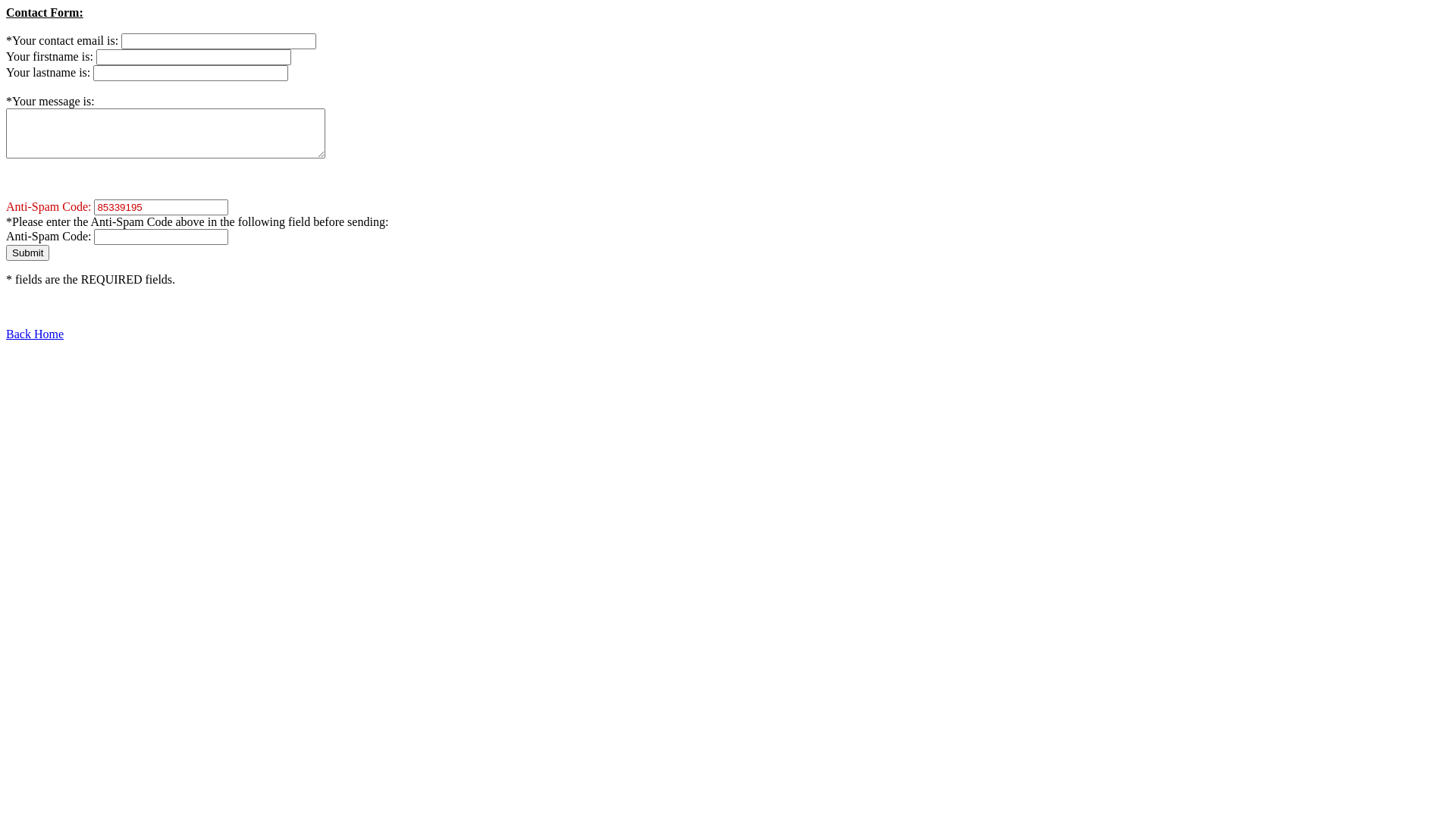 The width and height of the screenshot is (1456, 819). What do you see at coordinates (6, 333) in the screenshot?
I see `'Back Home'` at bounding box center [6, 333].